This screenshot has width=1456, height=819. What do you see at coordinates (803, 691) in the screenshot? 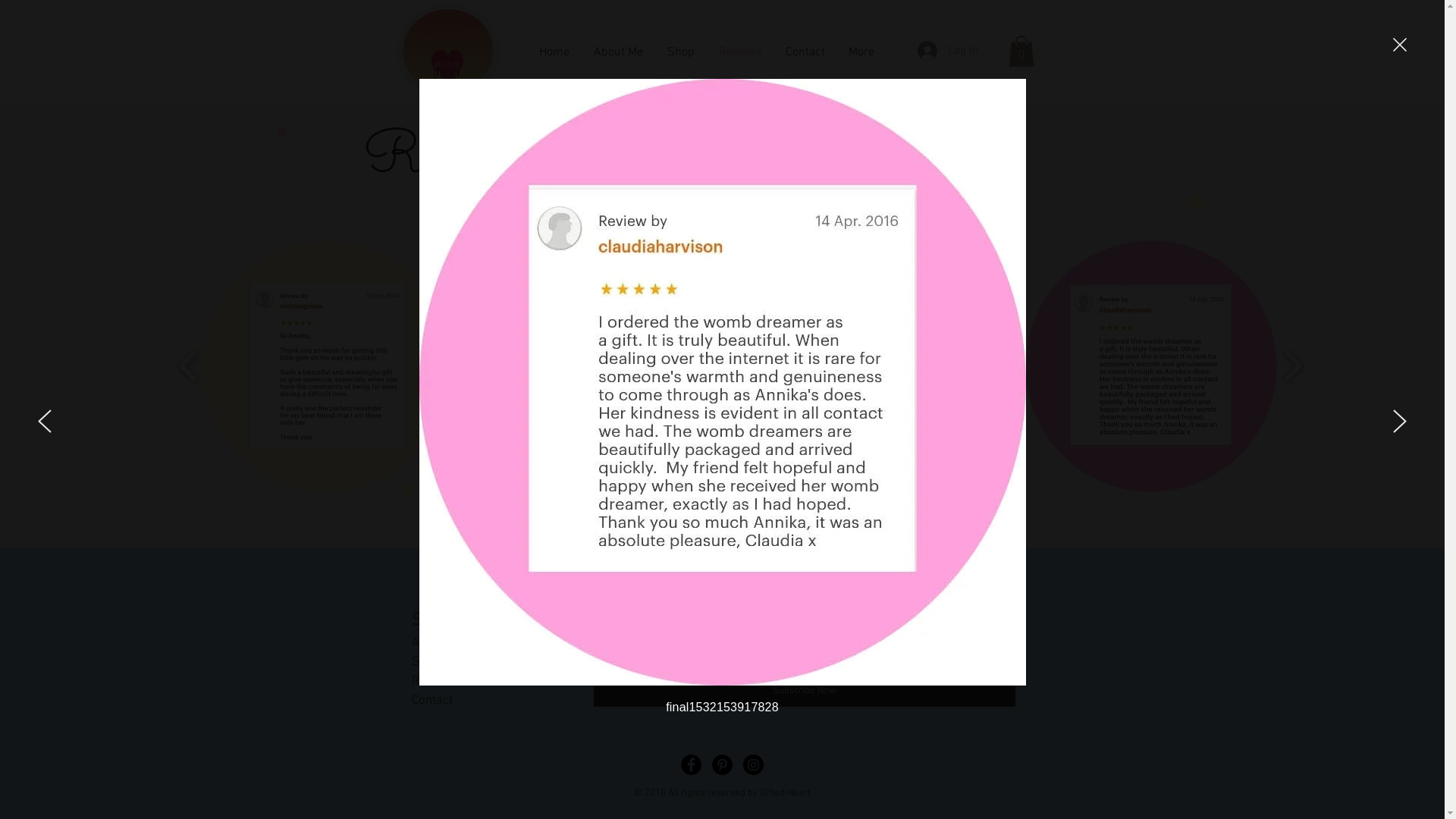
I see `'Subscribe Now'` at bounding box center [803, 691].